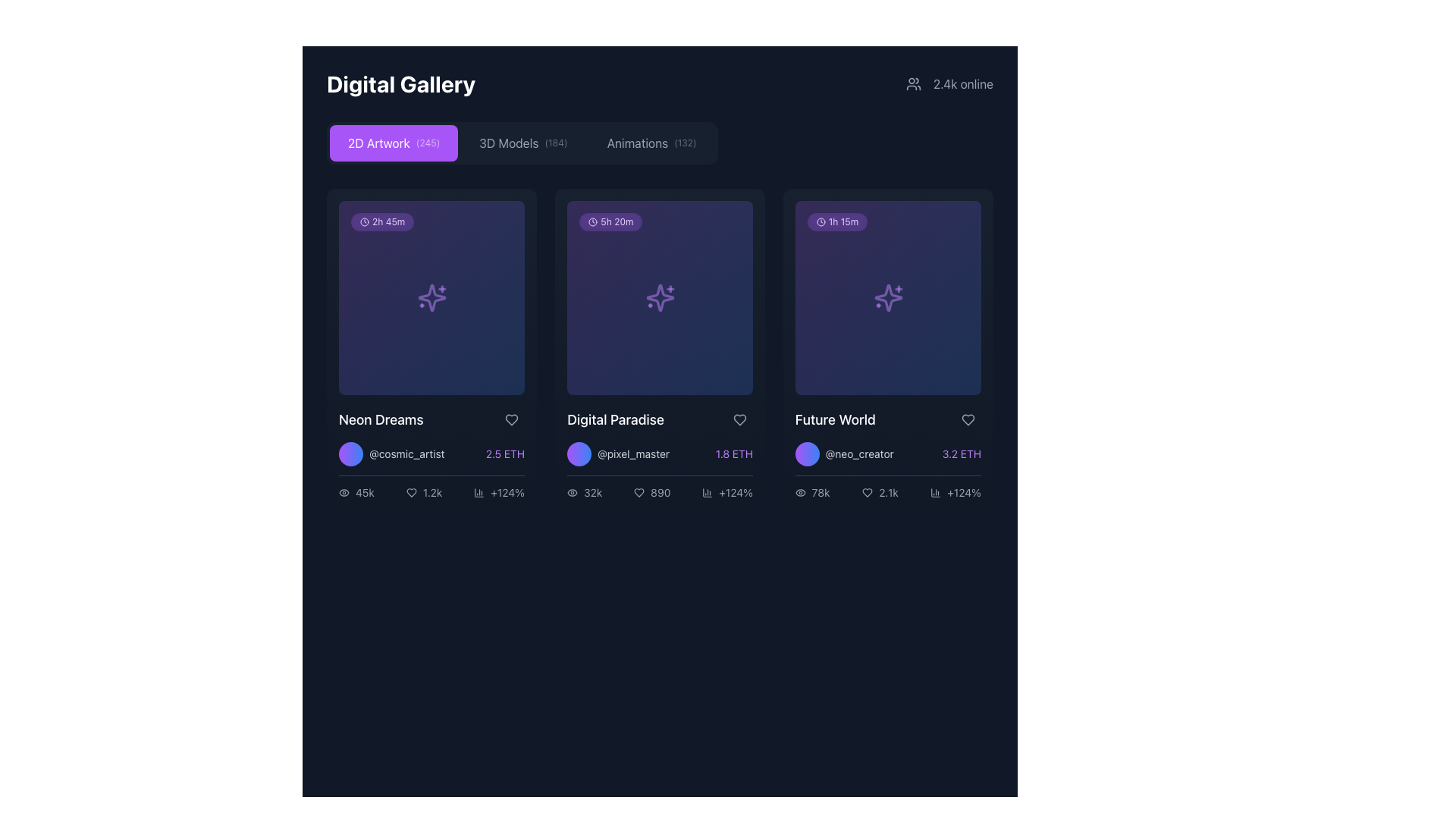 Image resolution: width=1456 pixels, height=819 pixels. I want to click on the heart-shaped icon located in the bottom-right corner of the card labeled 'Future World', so click(868, 493).